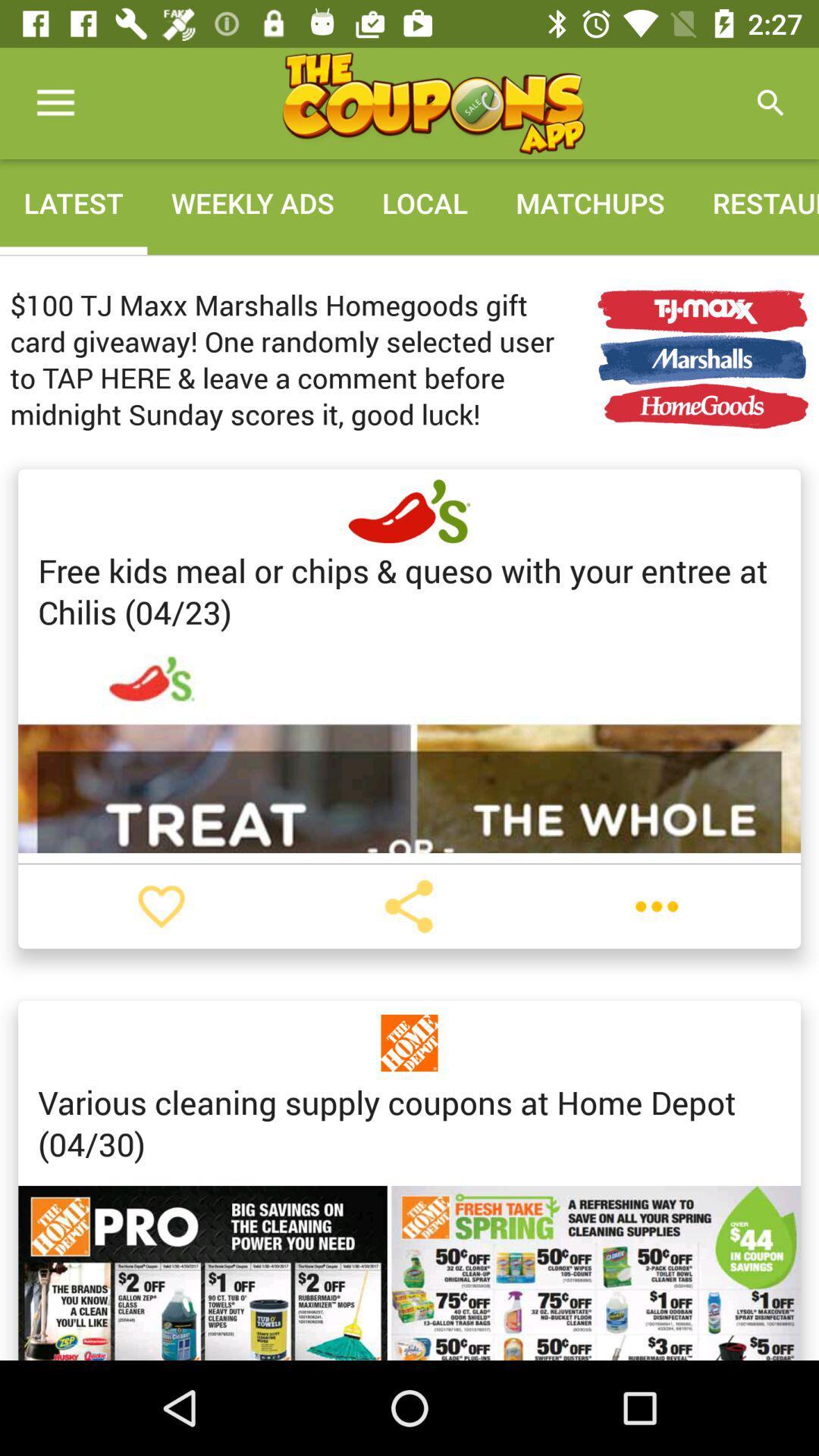  Describe the element at coordinates (656, 906) in the screenshot. I see `menu` at that location.